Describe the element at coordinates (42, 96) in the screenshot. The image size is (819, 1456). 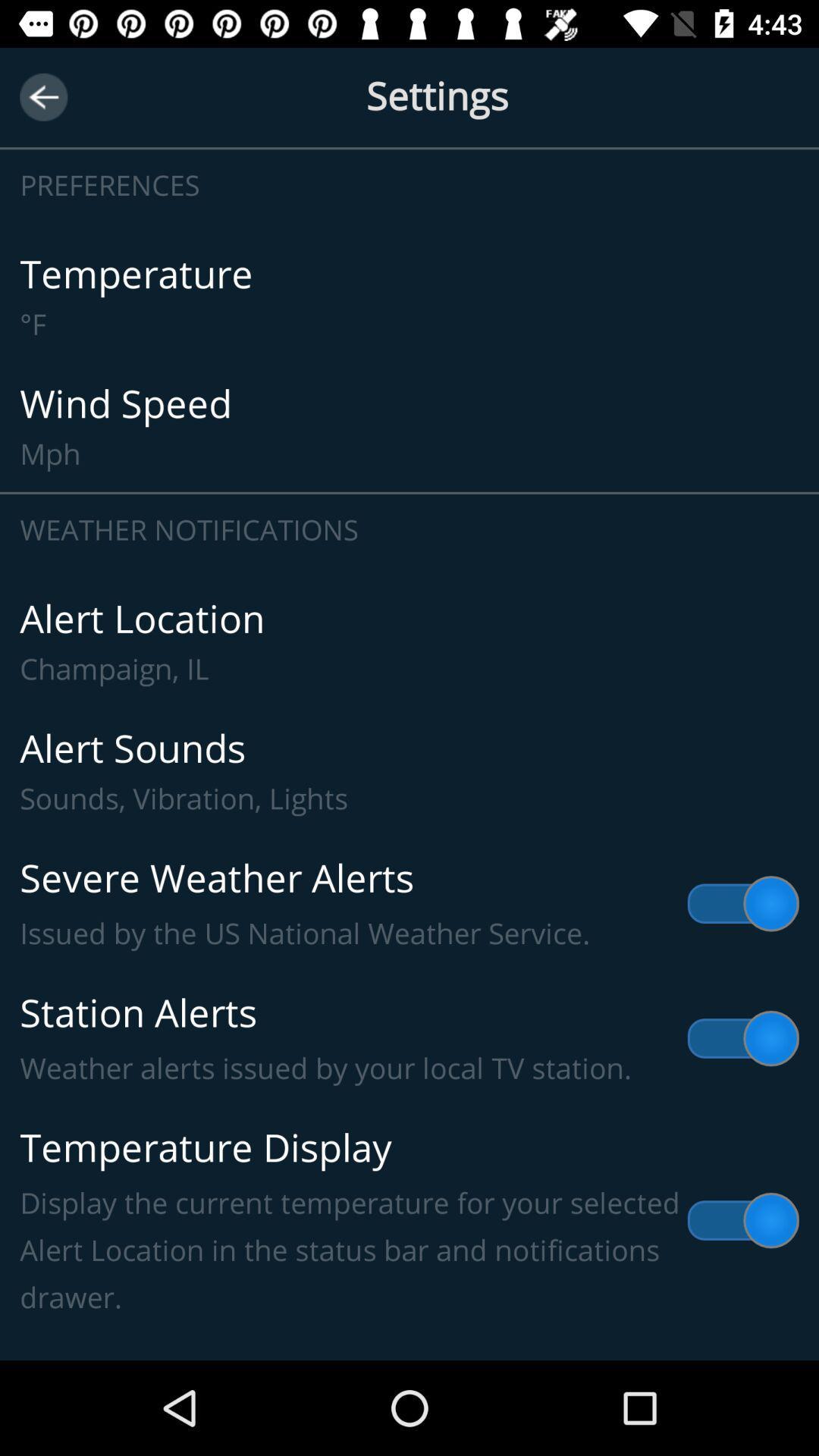
I see `symbol just before settings` at that location.